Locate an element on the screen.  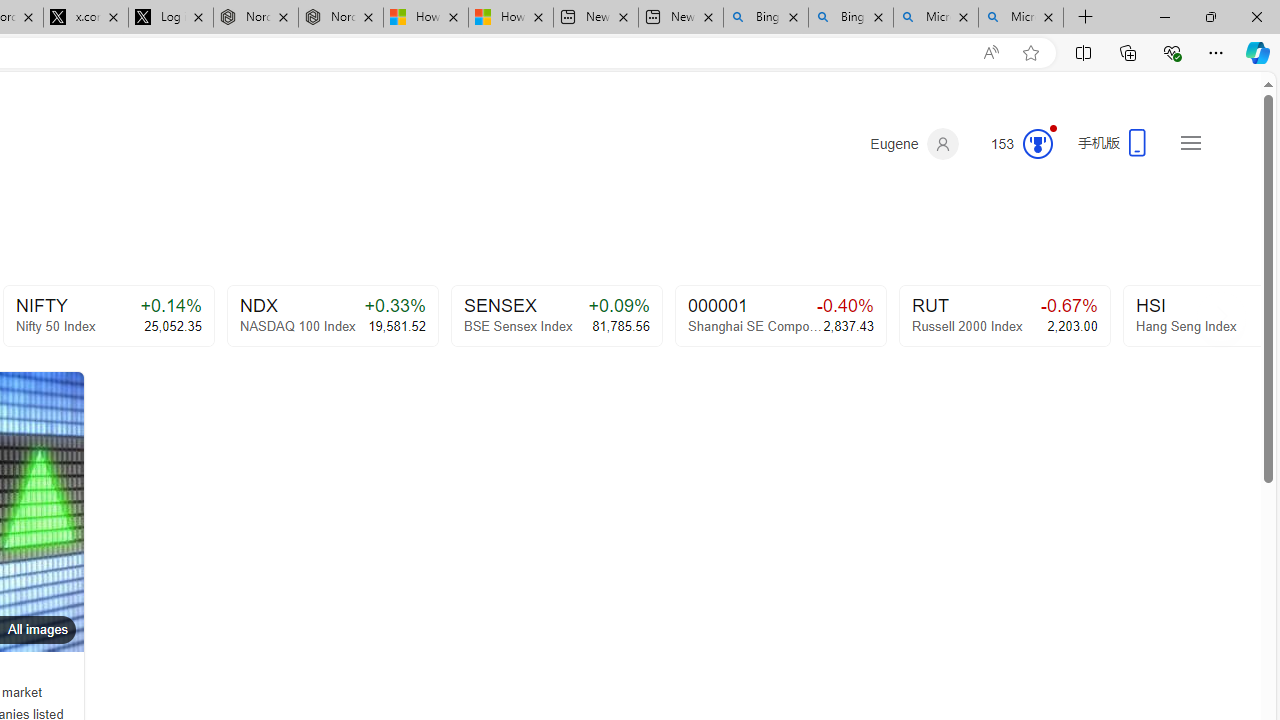
'Microsoft Rewards 153' is located at coordinates (1014, 143).